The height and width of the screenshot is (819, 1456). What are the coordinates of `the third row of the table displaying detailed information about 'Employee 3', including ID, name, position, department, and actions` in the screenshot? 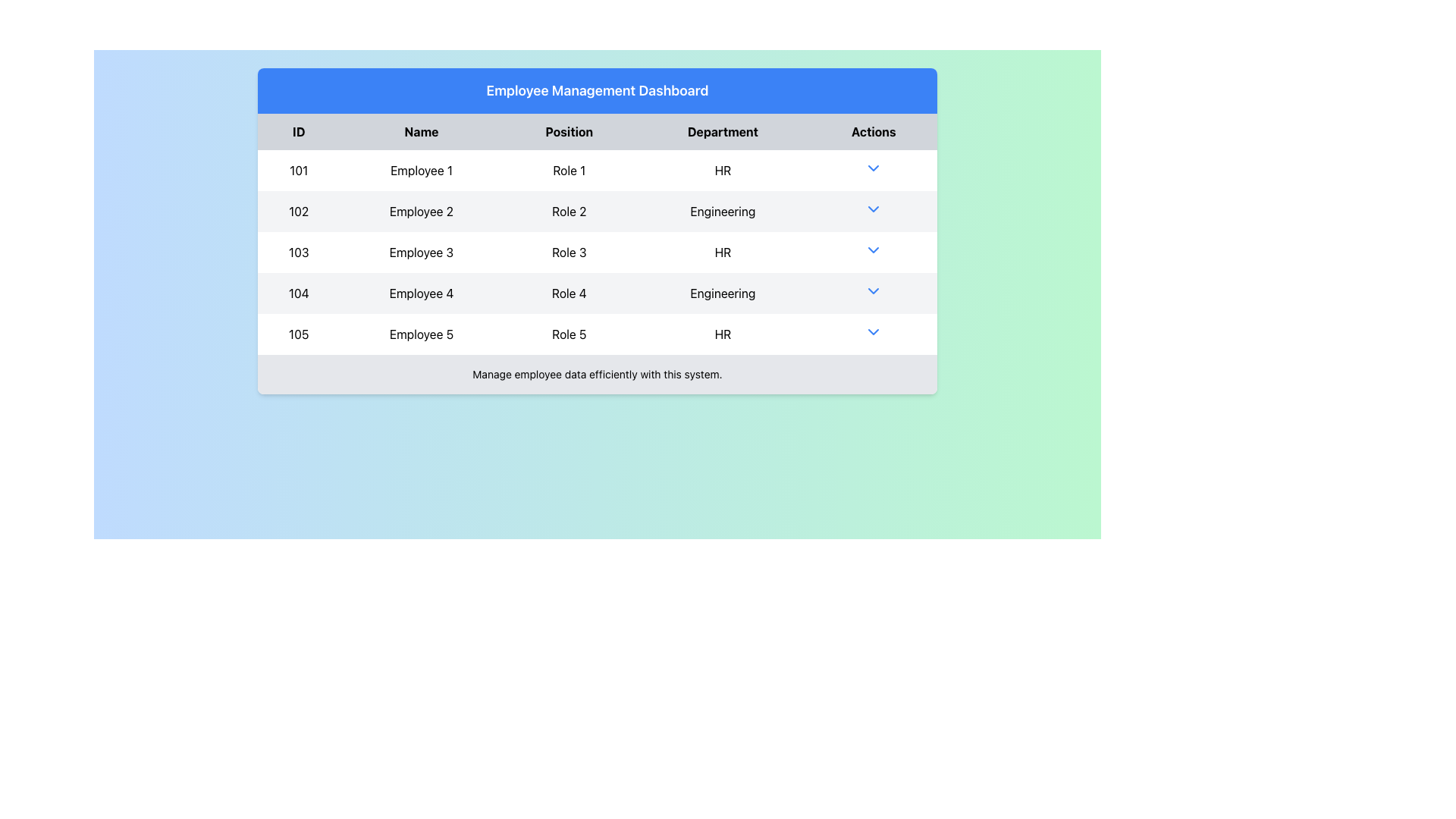 It's located at (596, 251).